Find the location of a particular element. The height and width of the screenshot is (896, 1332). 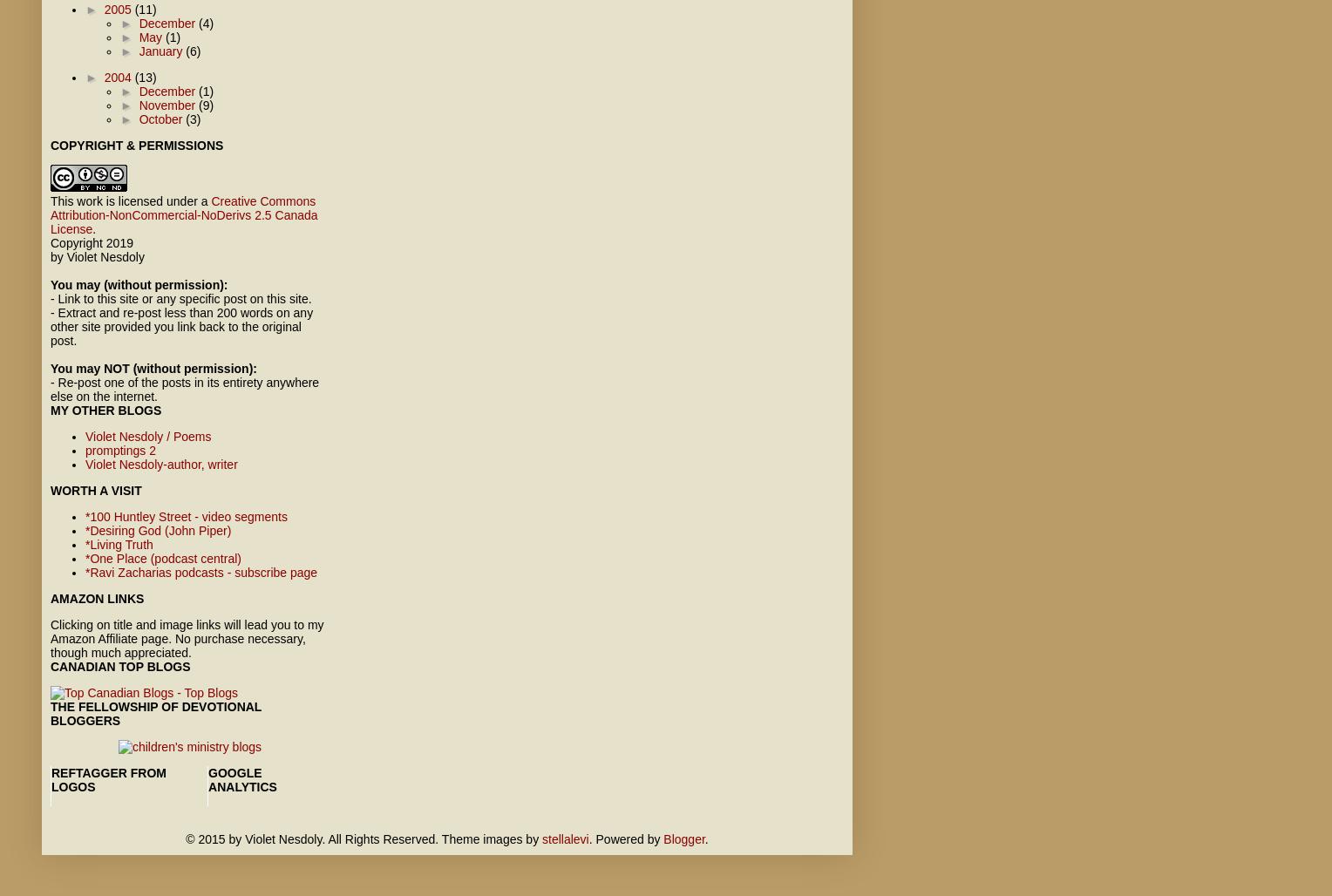

'Violet Nesdoly-author, writer' is located at coordinates (161, 465).